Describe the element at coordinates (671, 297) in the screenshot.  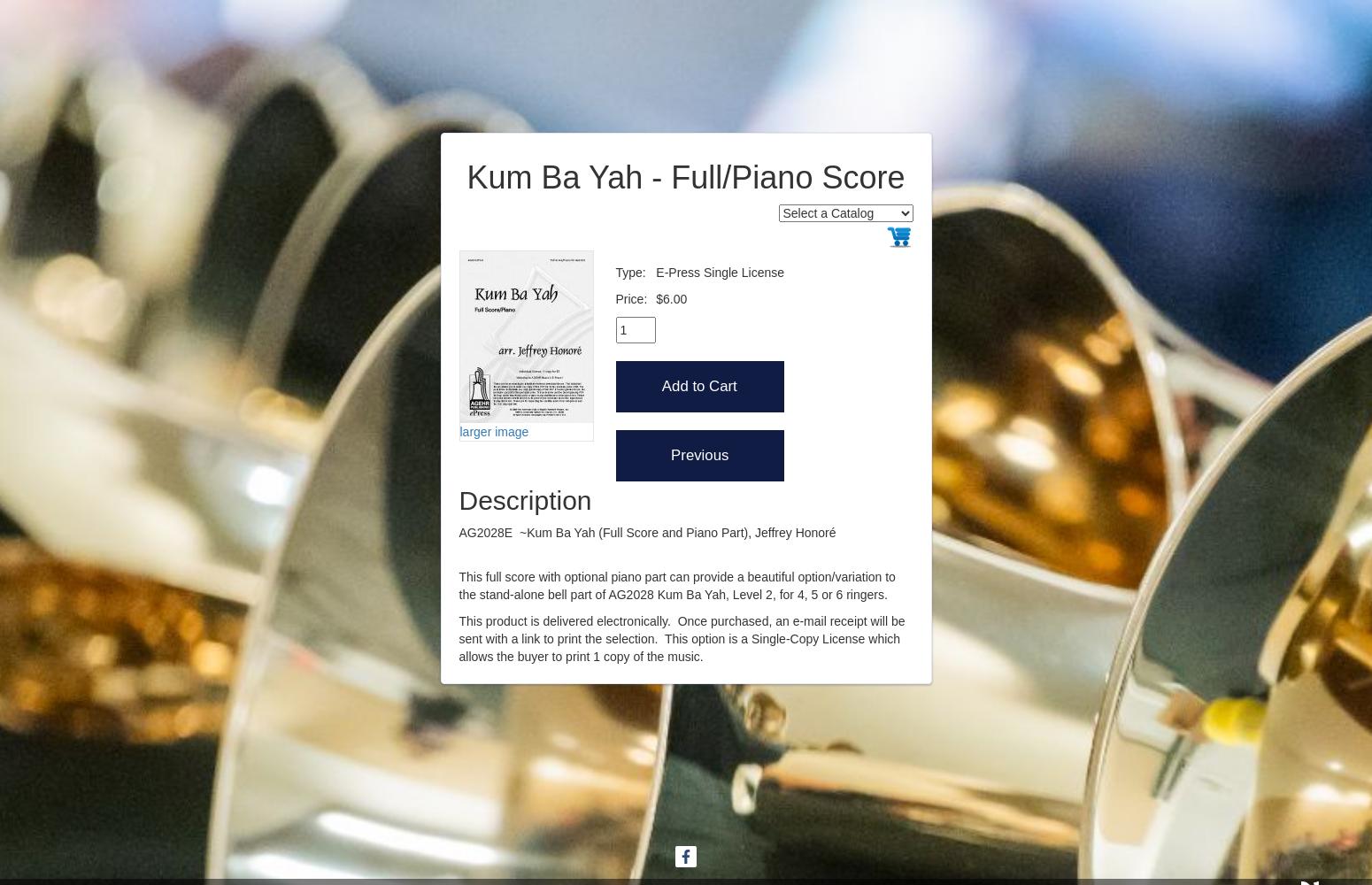
I see `'$6.00'` at that location.